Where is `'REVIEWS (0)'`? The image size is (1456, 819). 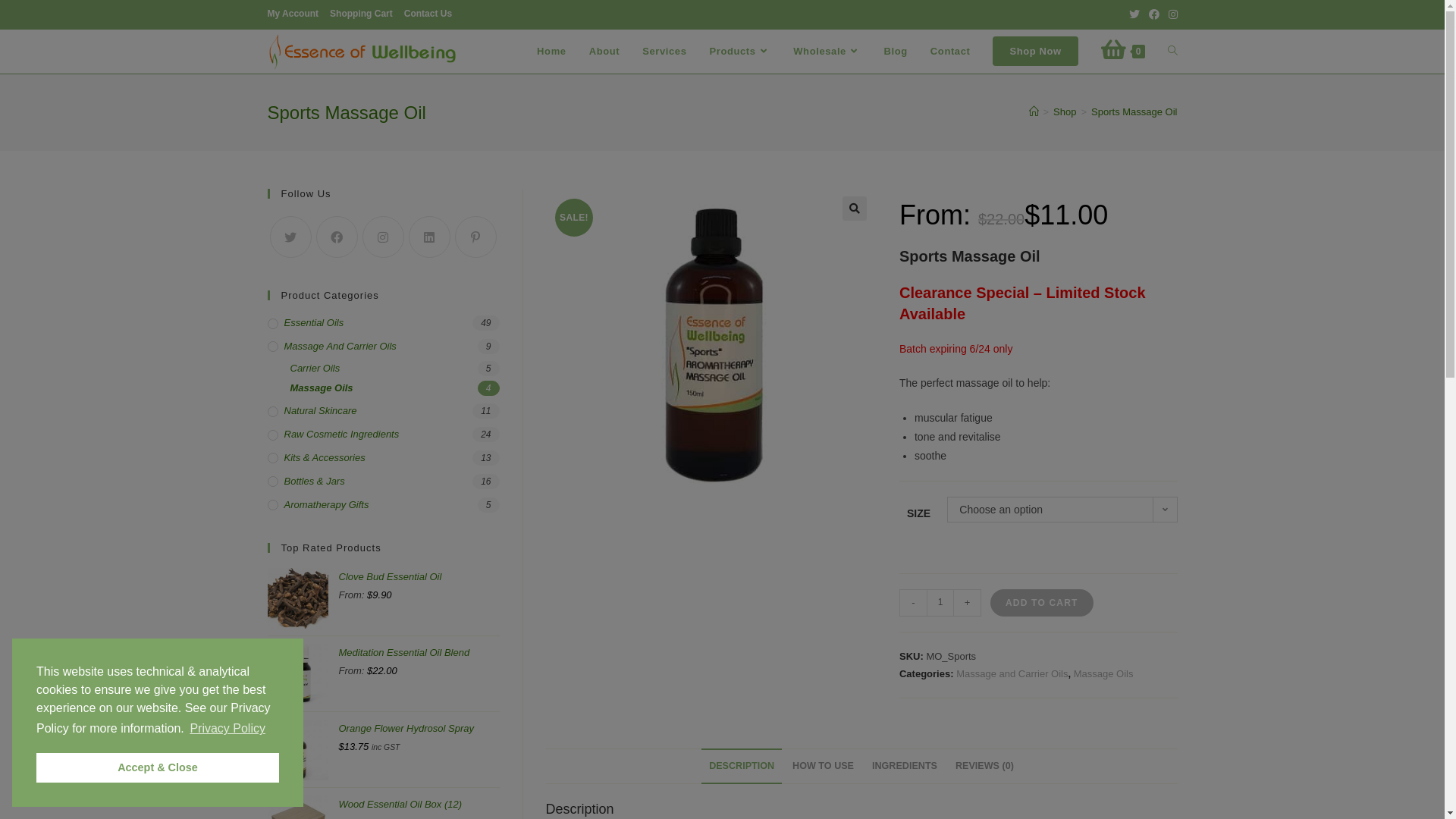
'REVIEWS (0)' is located at coordinates (984, 766).